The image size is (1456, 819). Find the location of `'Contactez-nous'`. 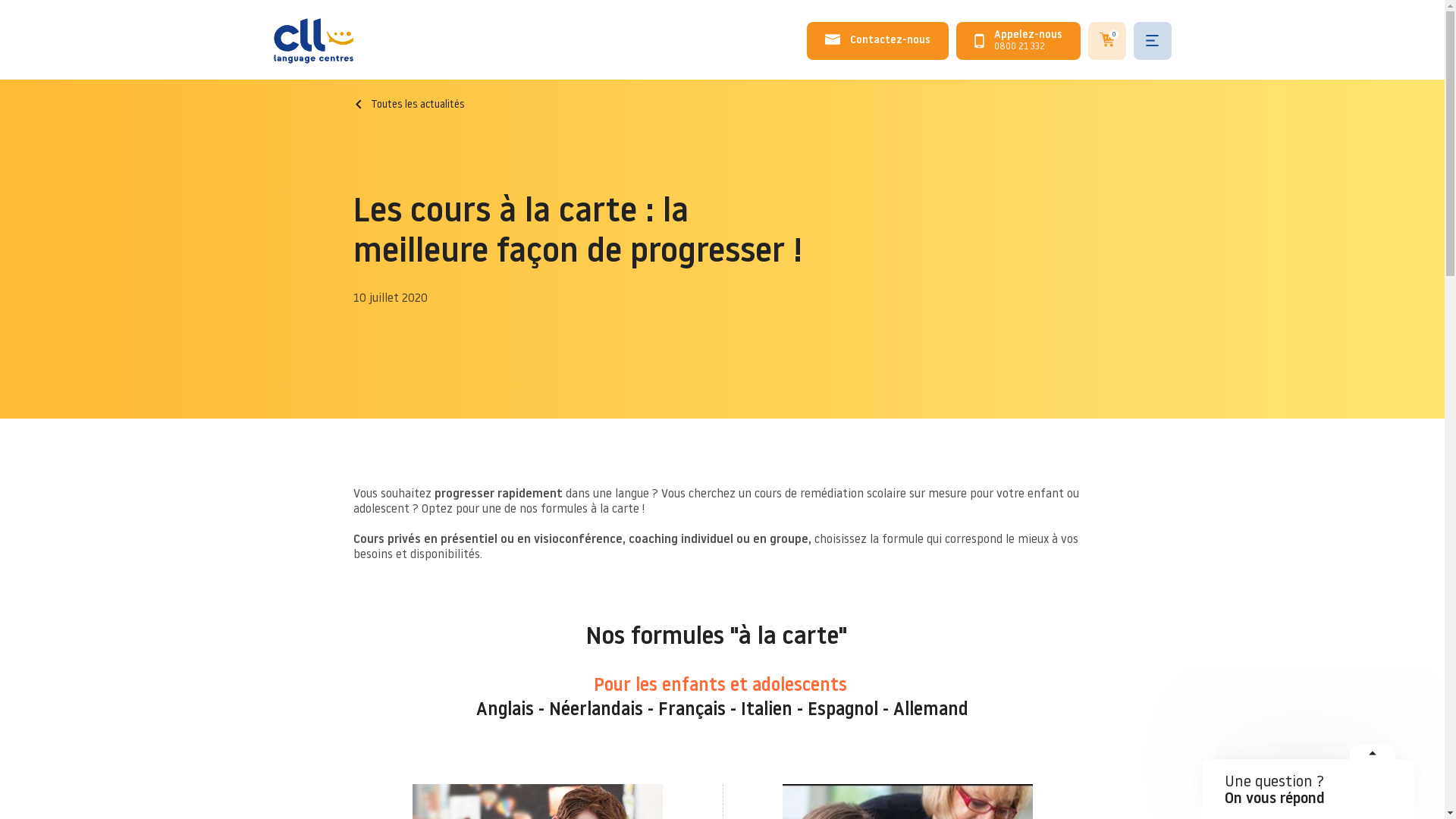

'Contactez-nous' is located at coordinates (877, 40).